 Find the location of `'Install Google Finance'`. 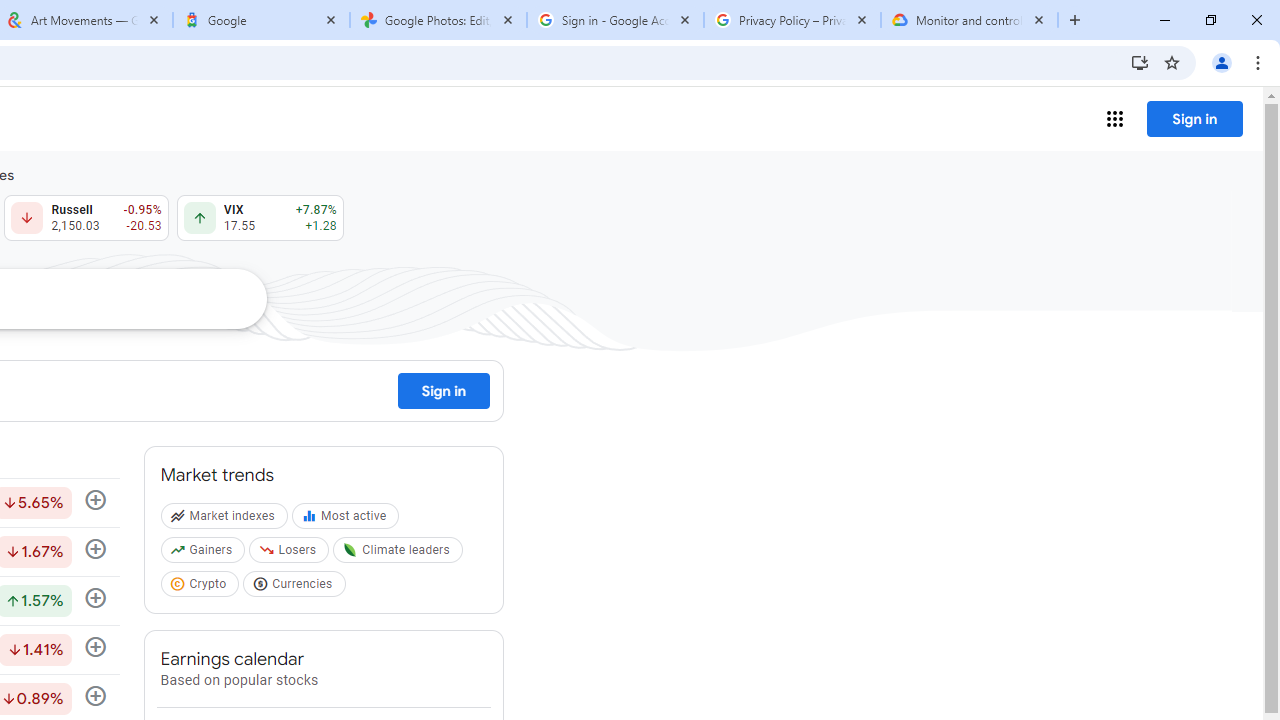

'Install Google Finance' is located at coordinates (1139, 61).